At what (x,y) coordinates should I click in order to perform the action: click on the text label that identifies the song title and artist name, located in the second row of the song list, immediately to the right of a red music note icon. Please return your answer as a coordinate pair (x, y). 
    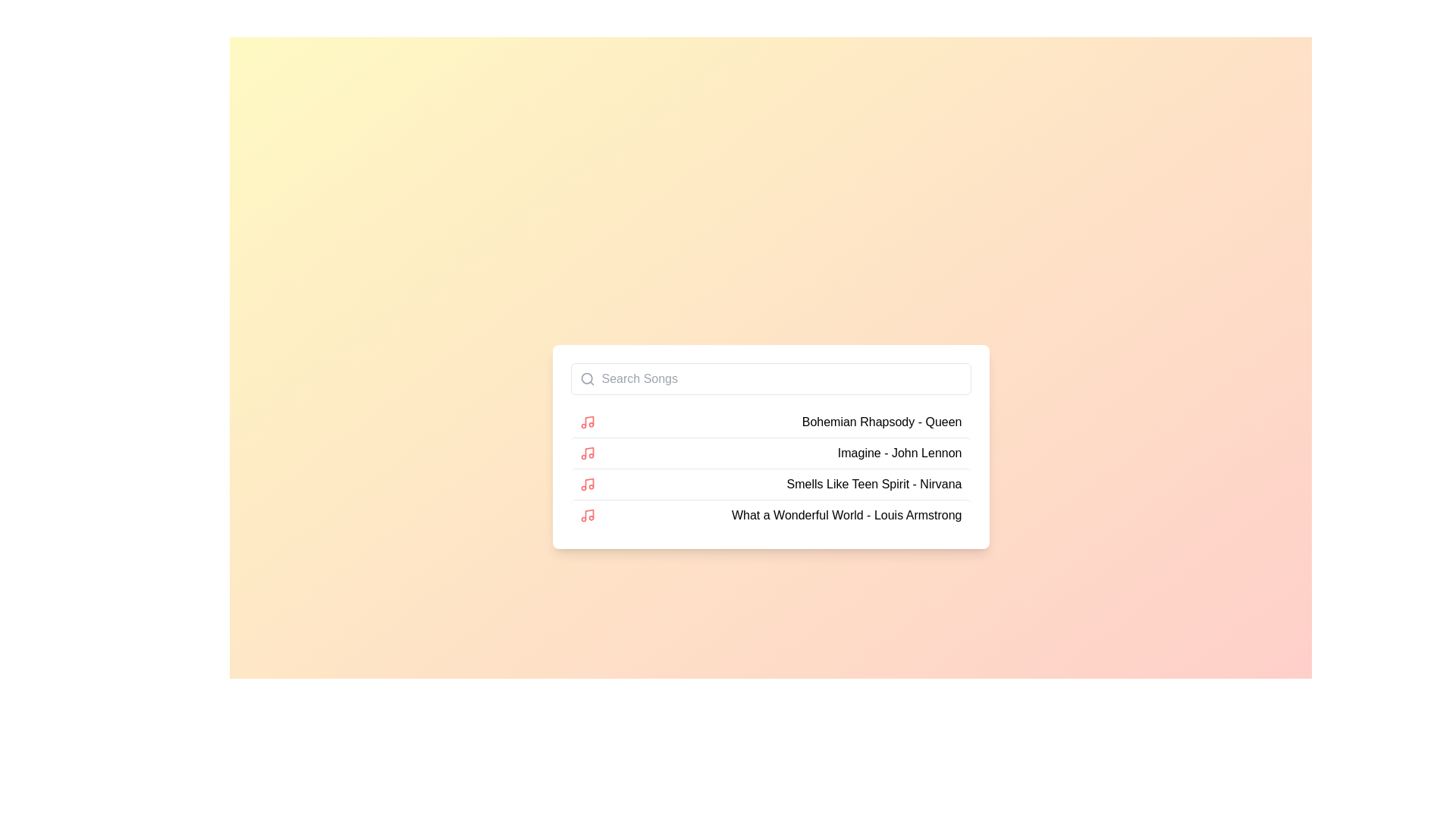
    Looking at the image, I should click on (882, 422).